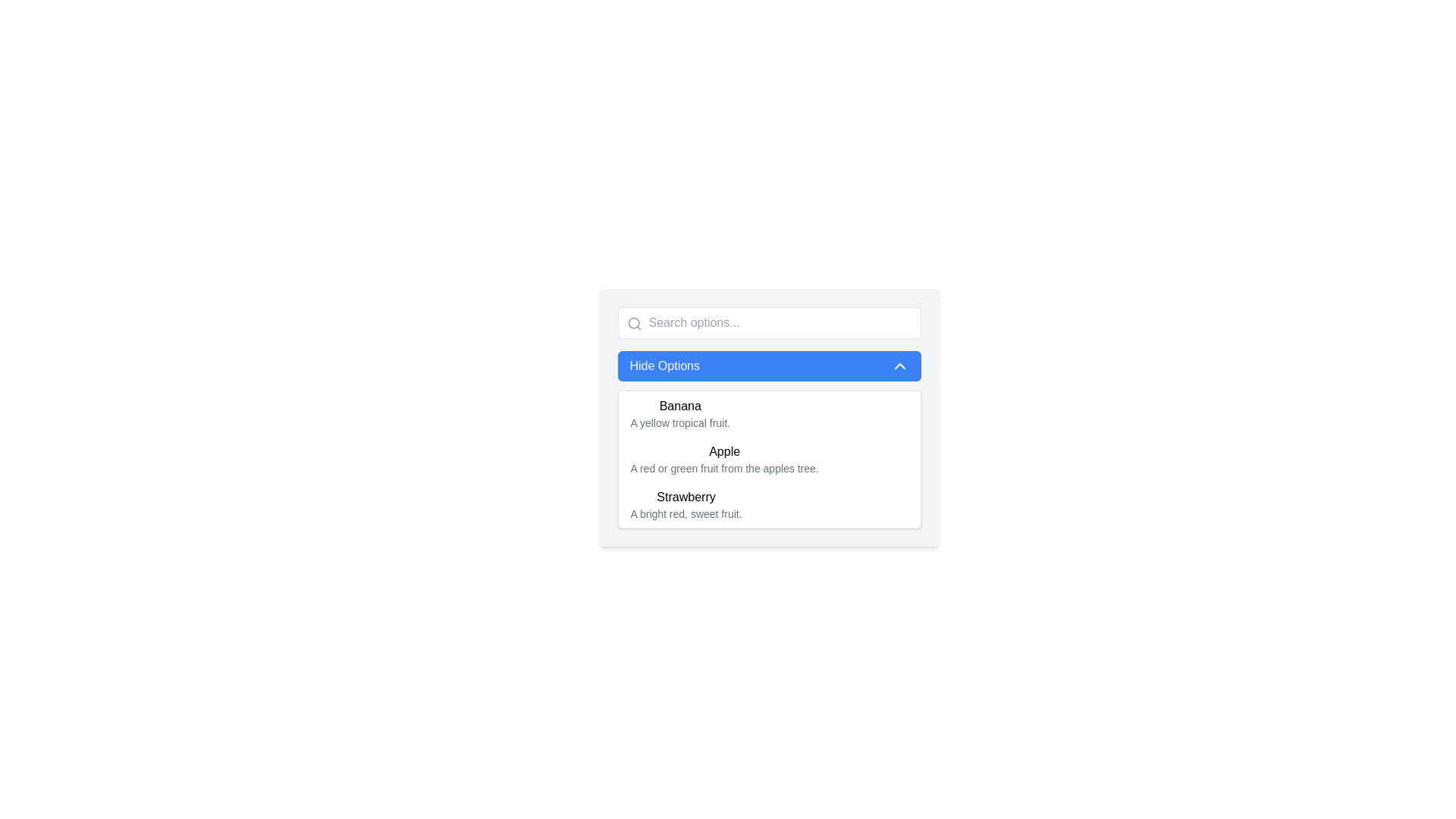 This screenshot has height=819, width=1456. What do you see at coordinates (723, 467) in the screenshot?
I see `descriptive text 'A red or green fruit from the apples tree.' located beneath the 'Apple' title in the dropdown list` at bounding box center [723, 467].